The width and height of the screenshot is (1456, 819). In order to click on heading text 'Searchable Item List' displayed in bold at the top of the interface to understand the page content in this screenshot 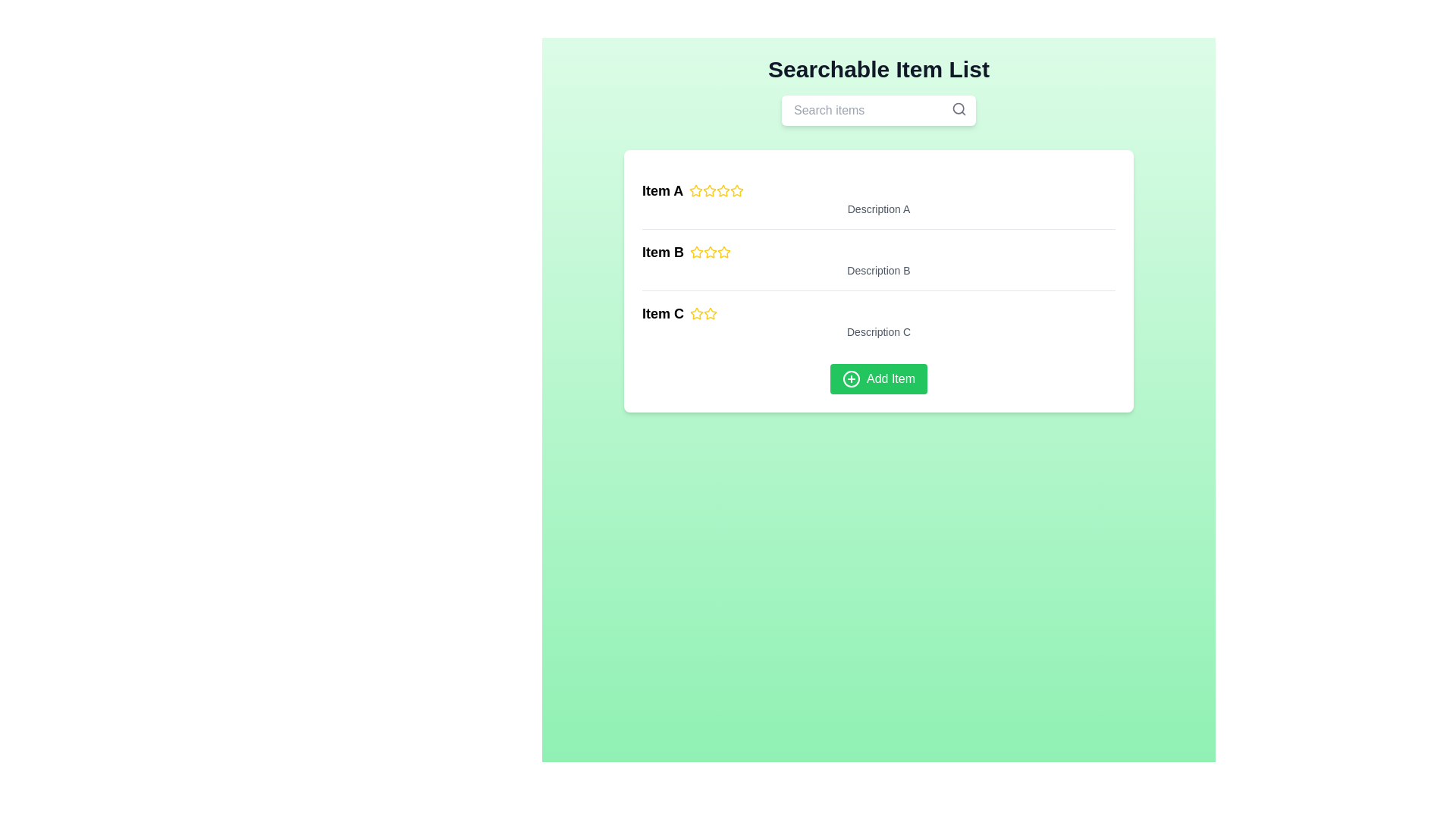, I will do `click(878, 90)`.